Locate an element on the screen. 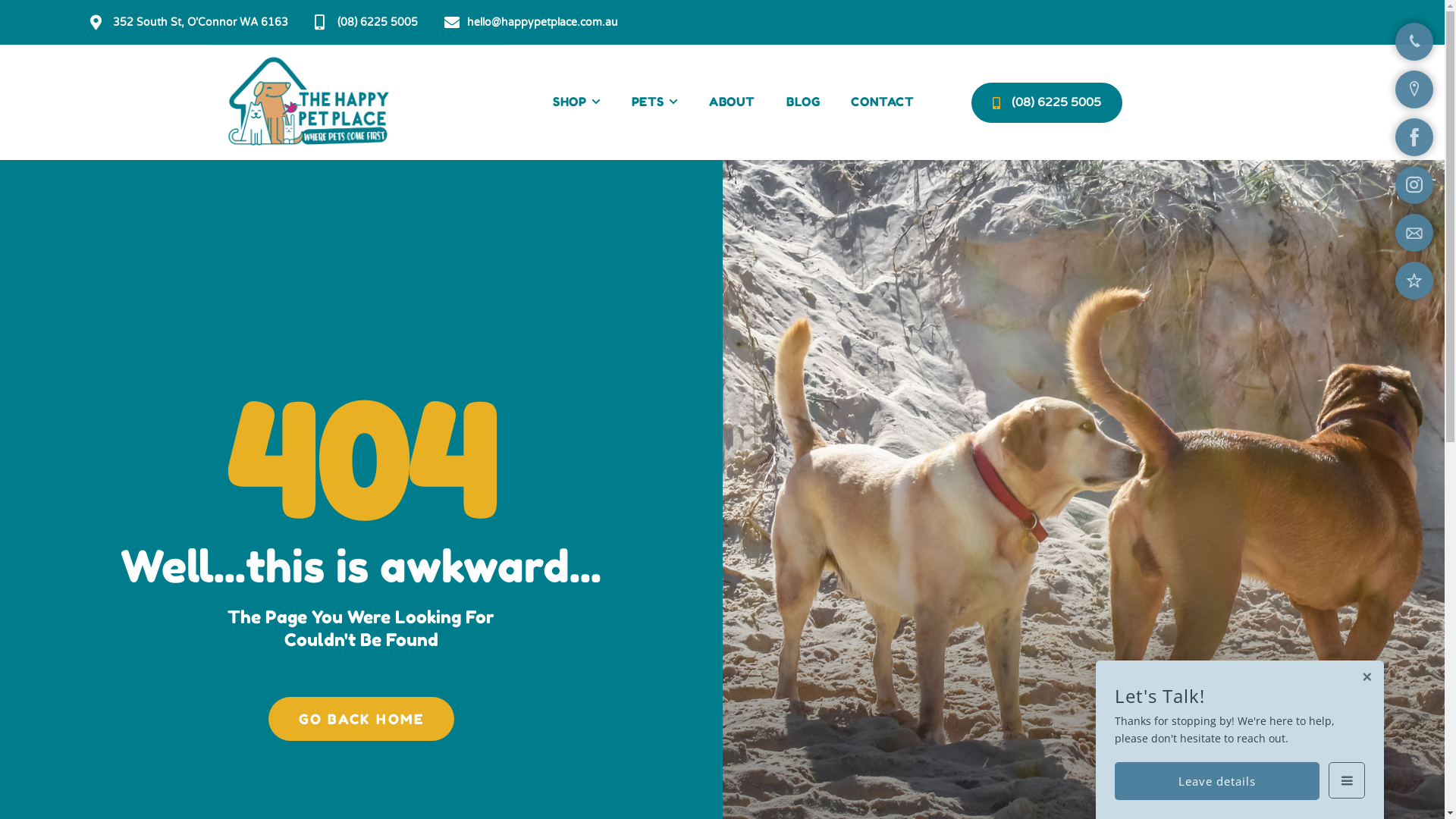 Image resolution: width=1456 pixels, height=819 pixels. 'PETS' is located at coordinates (654, 102).